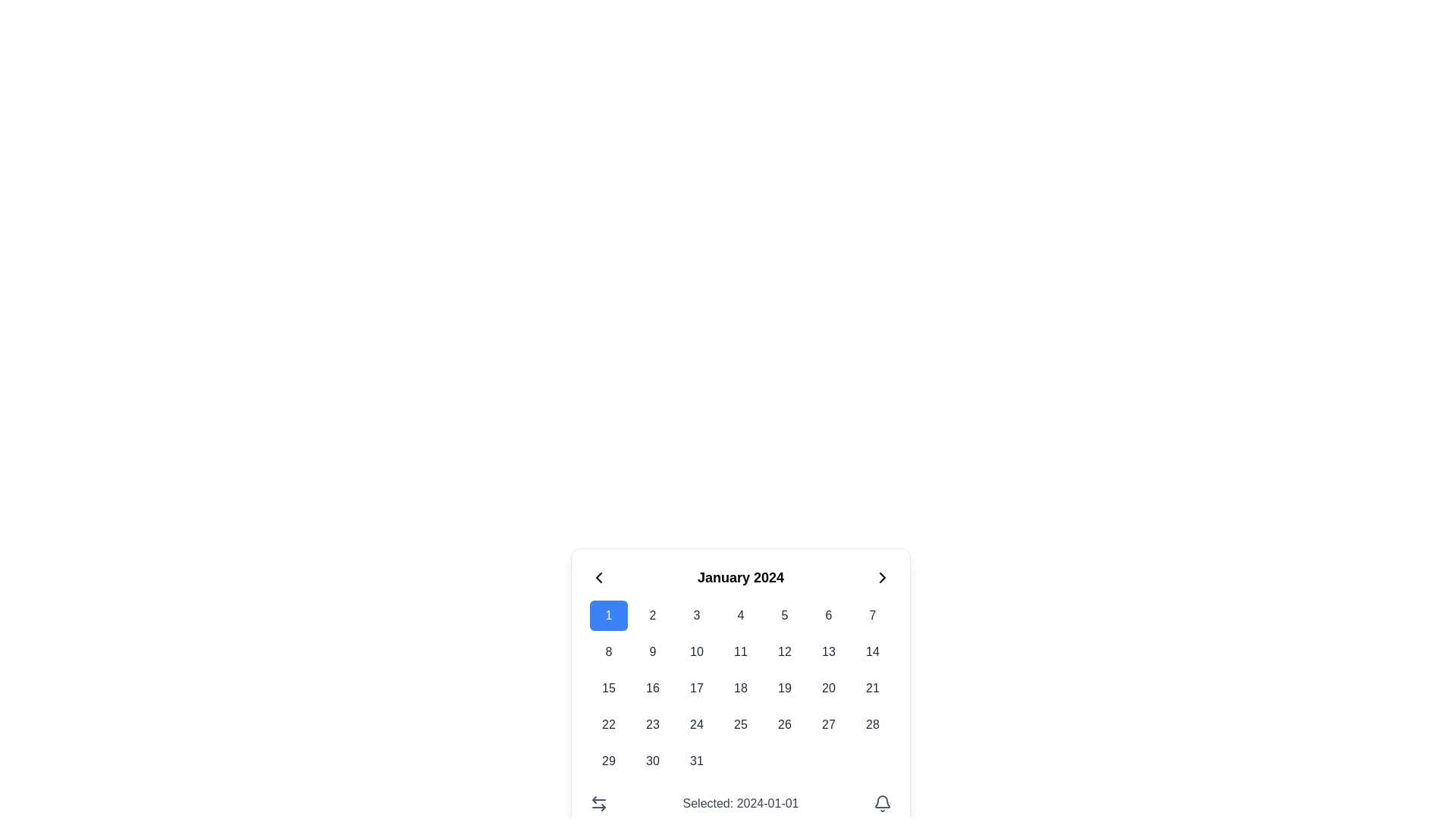 The width and height of the screenshot is (1456, 819). Describe the element at coordinates (873, 688) in the screenshot. I see `the clickable calendar date cell displaying the number '21'` at that location.